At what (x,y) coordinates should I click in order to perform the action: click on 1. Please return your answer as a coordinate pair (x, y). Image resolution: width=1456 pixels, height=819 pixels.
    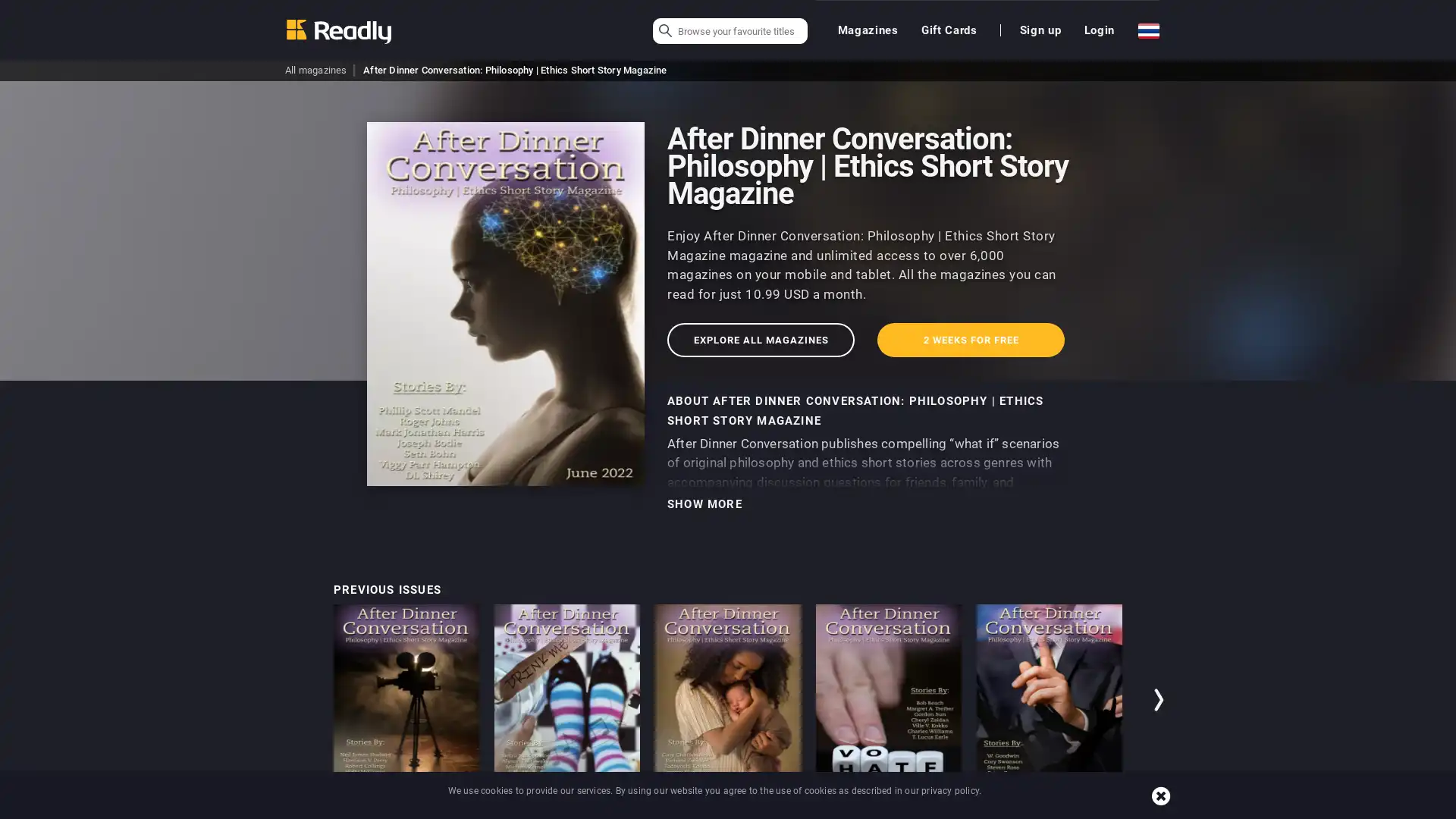
    Looking at the image, I should click on (1024, 809).